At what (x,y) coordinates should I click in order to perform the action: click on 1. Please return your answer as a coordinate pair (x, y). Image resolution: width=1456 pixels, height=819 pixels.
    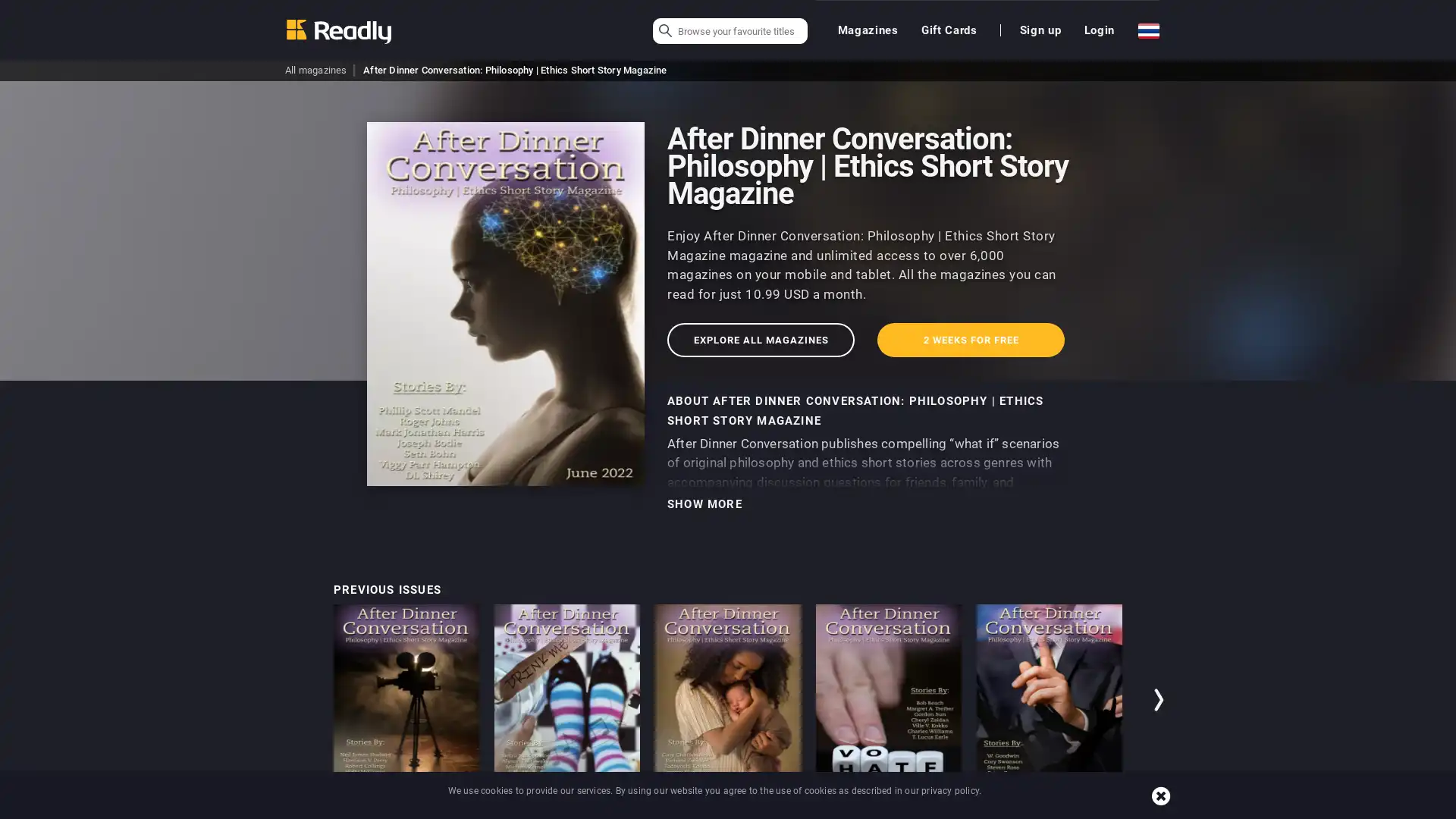
    Looking at the image, I should click on (1024, 809).